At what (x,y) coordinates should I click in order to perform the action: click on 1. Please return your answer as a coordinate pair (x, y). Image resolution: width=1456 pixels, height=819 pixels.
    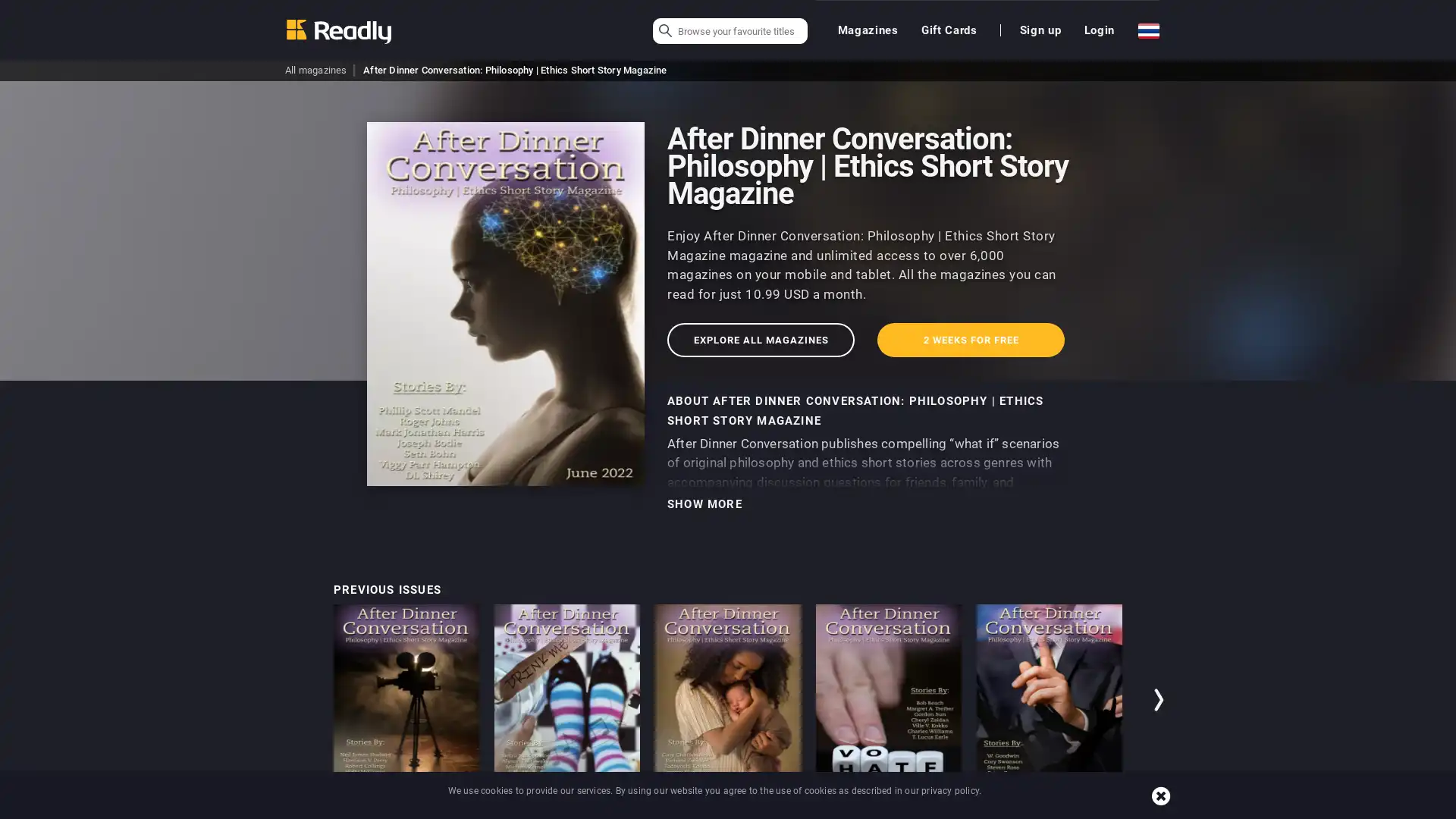
    Looking at the image, I should click on (1024, 809).